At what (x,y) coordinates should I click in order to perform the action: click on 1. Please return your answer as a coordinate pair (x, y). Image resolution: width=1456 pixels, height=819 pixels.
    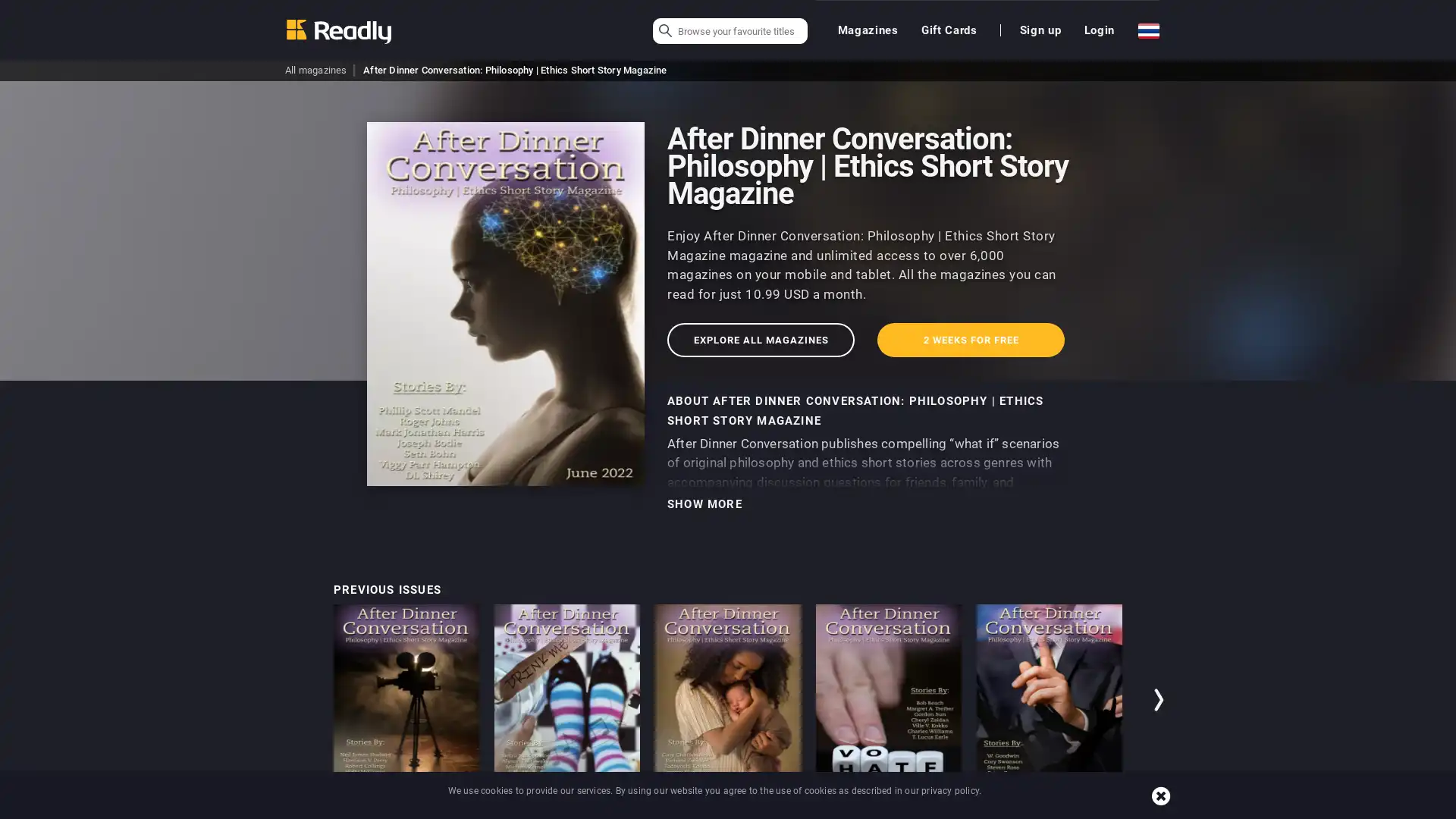
    Looking at the image, I should click on (1024, 809).